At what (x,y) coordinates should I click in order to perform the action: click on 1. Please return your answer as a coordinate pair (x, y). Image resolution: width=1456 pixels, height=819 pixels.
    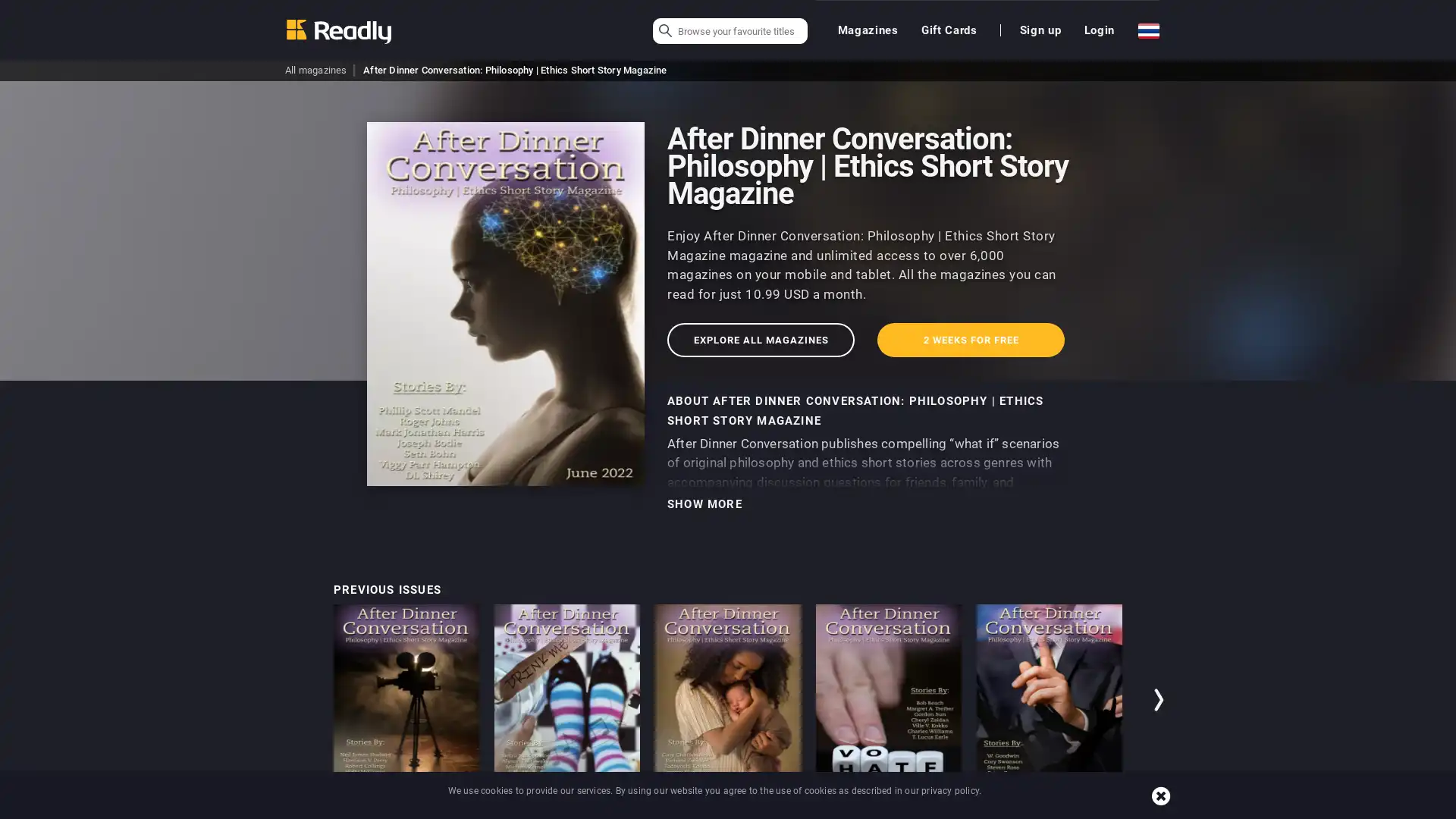
    Looking at the image, I should click on (1024, 809).